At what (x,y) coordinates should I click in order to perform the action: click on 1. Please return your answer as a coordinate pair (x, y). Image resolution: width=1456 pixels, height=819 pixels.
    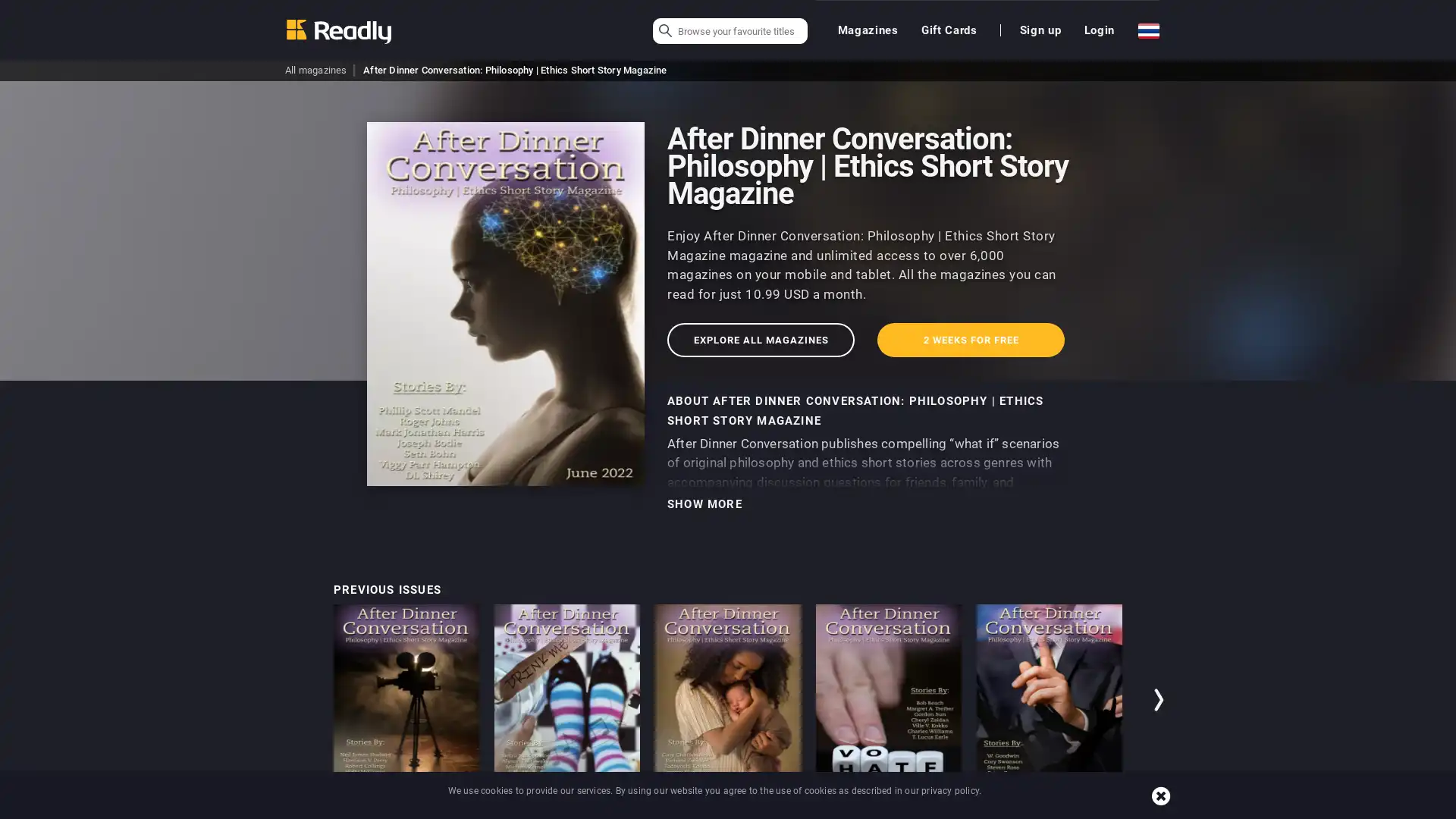
    Looking at the image, I should click on (1024, 809).